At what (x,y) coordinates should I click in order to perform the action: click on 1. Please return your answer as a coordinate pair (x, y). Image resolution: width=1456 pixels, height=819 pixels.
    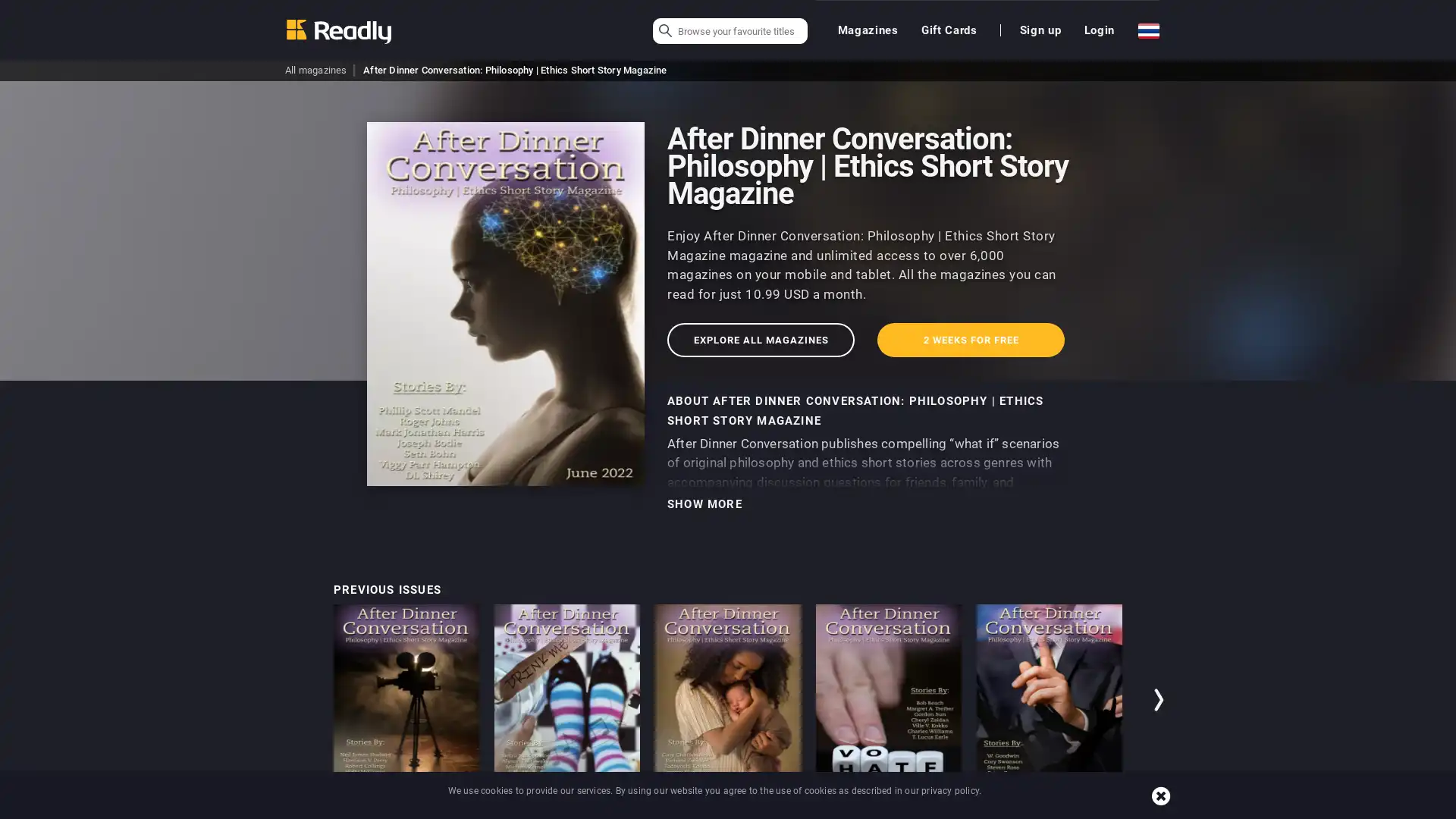
    Looking at the image, I should click on (1024, 809).